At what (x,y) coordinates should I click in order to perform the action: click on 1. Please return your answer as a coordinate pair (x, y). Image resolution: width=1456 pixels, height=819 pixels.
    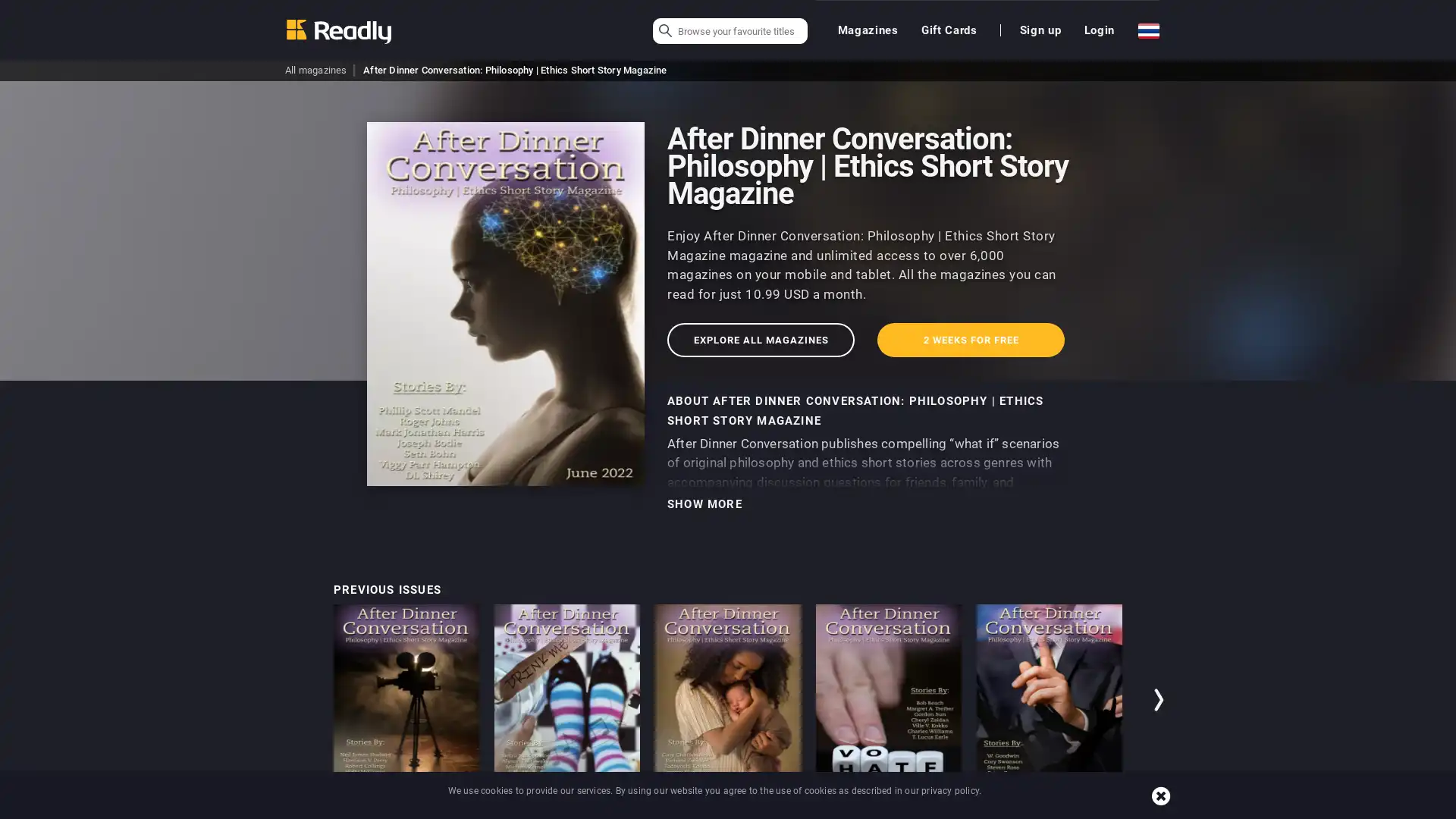
    Looking at the image, I should click on (1024, 809).